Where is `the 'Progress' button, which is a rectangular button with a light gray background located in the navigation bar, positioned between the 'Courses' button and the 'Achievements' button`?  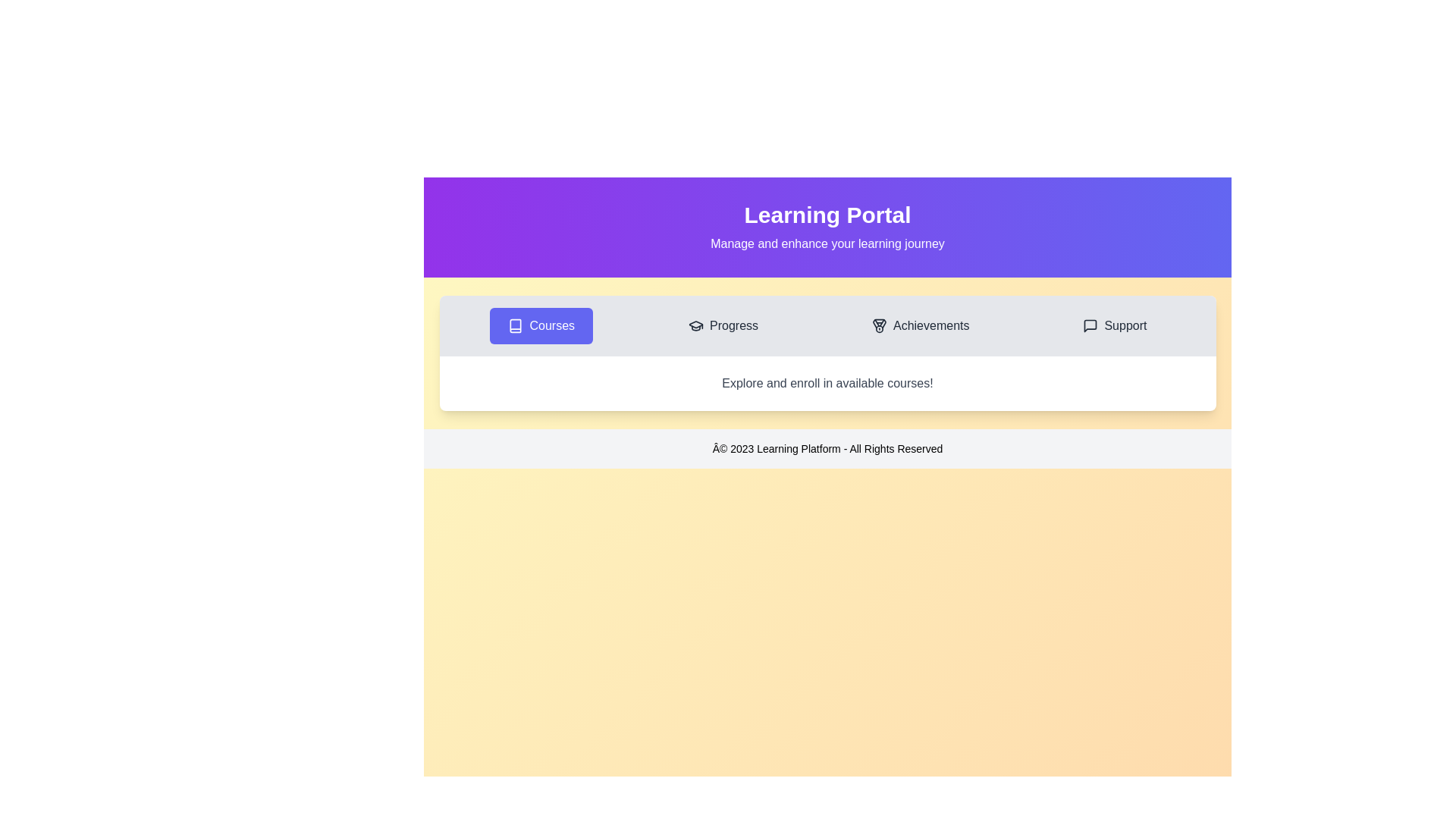
the 'Progress' button, which is a rectangular button with a light gray background located in the navigation bar, positioned between the 'Courses' button and the 'Achievements' button is located at coordinates (723, 325).